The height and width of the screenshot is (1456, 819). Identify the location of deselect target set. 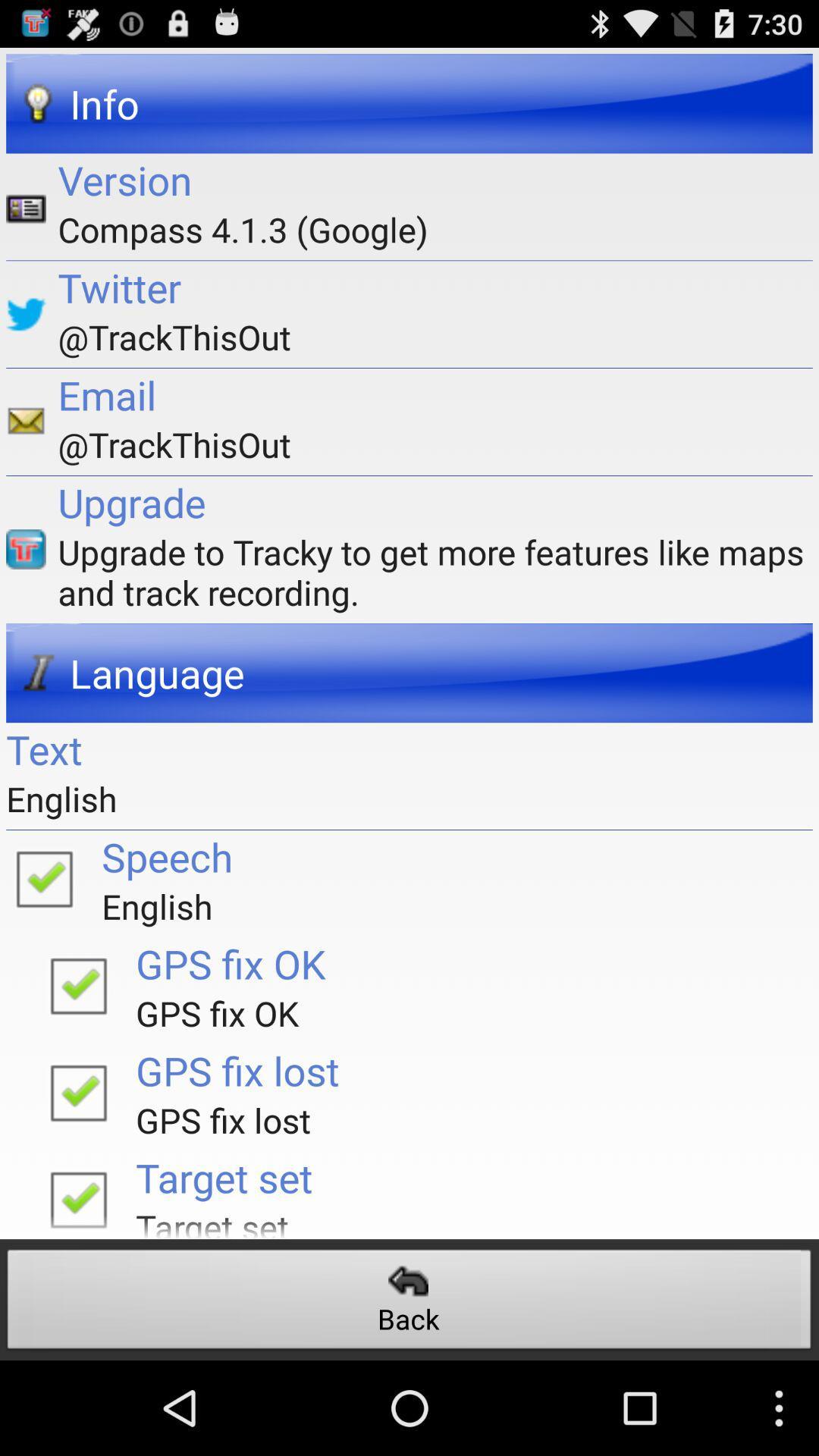
(78, 1194).